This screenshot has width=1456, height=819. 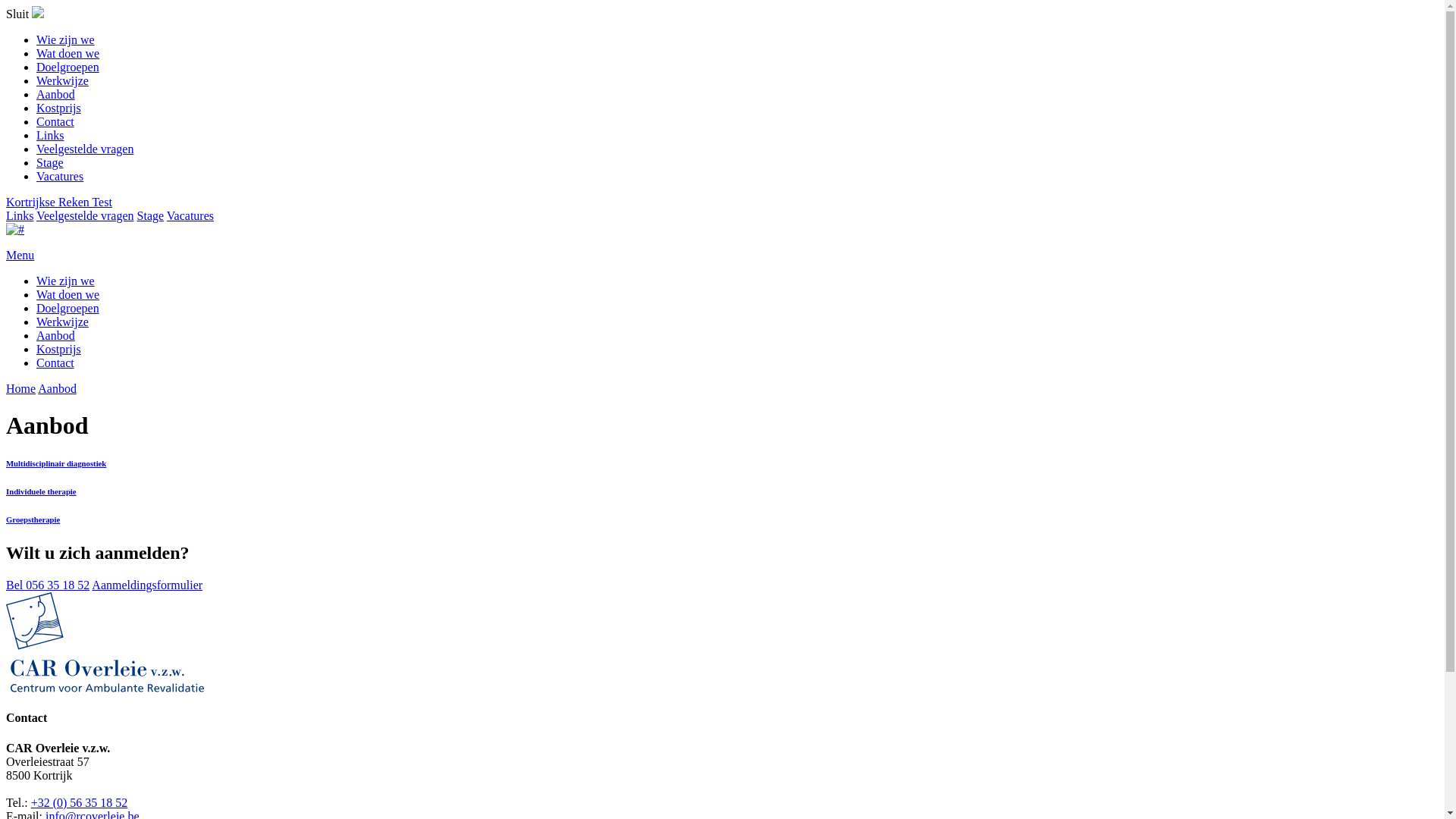 What do you see at coordinates (58, 349) in the screenshot?
I see `'Kostprijs'` at bounding box center [58, 349].